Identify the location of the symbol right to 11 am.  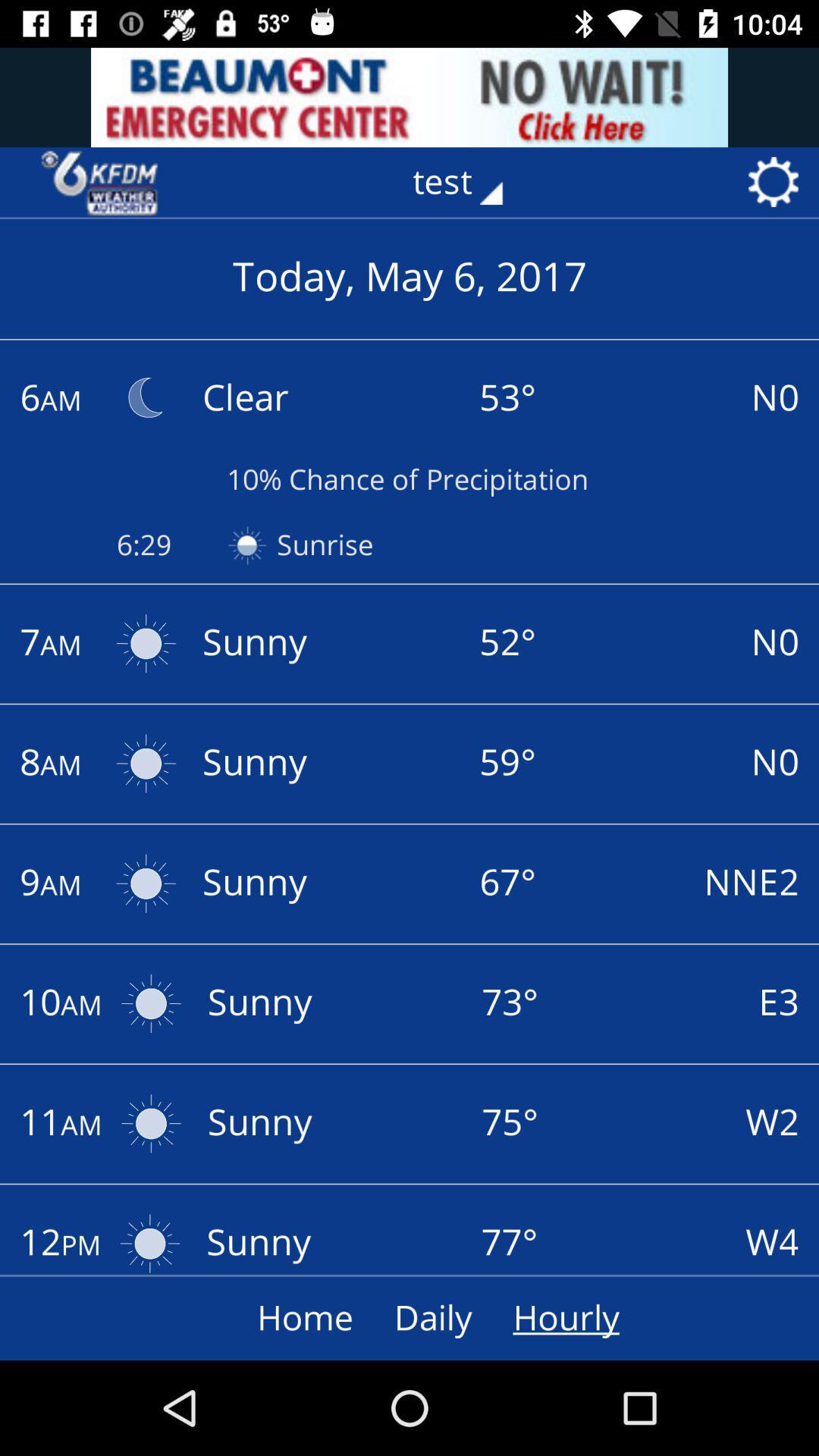
(152, 1123).